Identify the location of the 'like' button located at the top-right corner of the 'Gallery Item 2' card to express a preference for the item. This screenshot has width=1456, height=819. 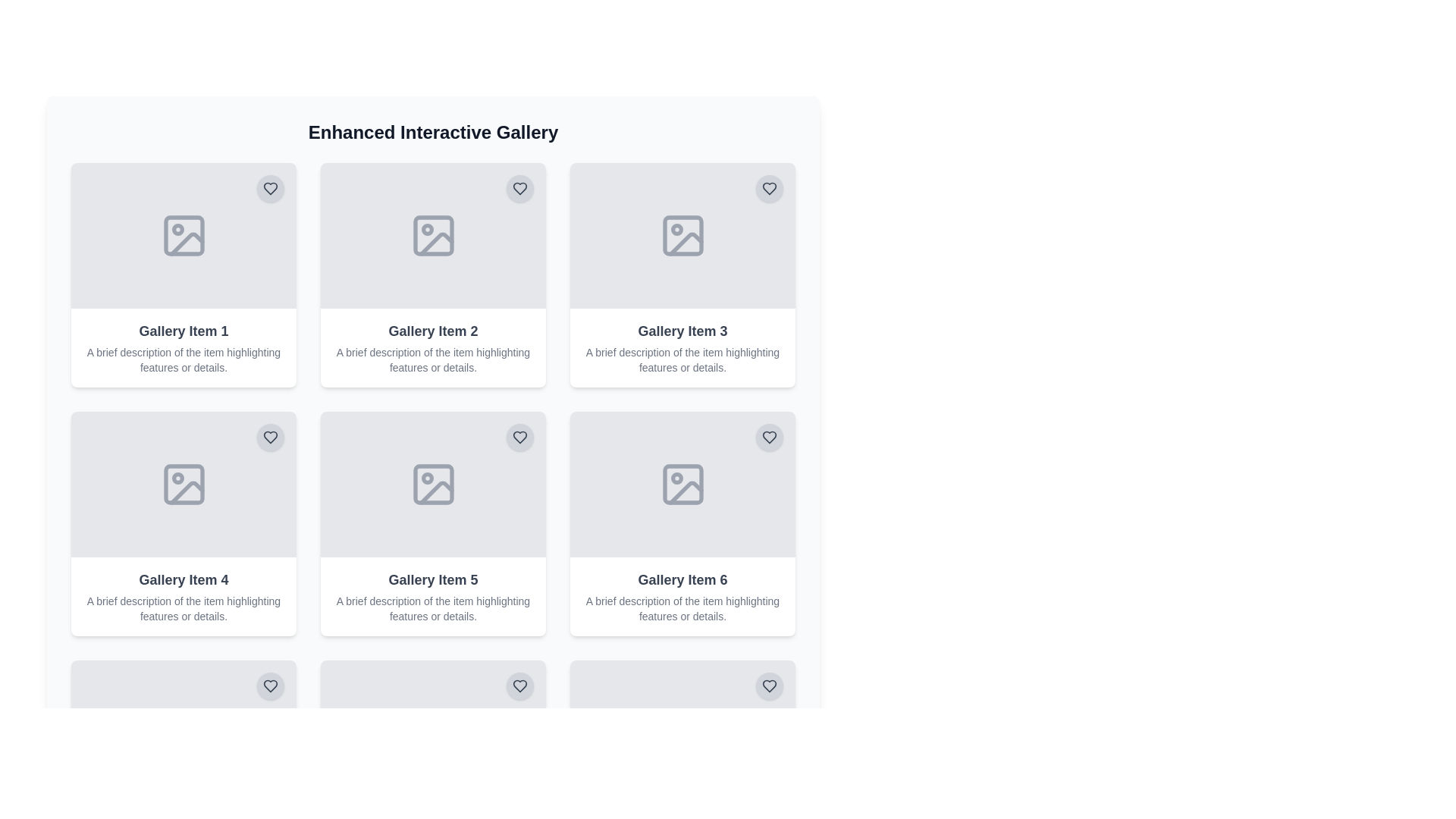
(520, 188).